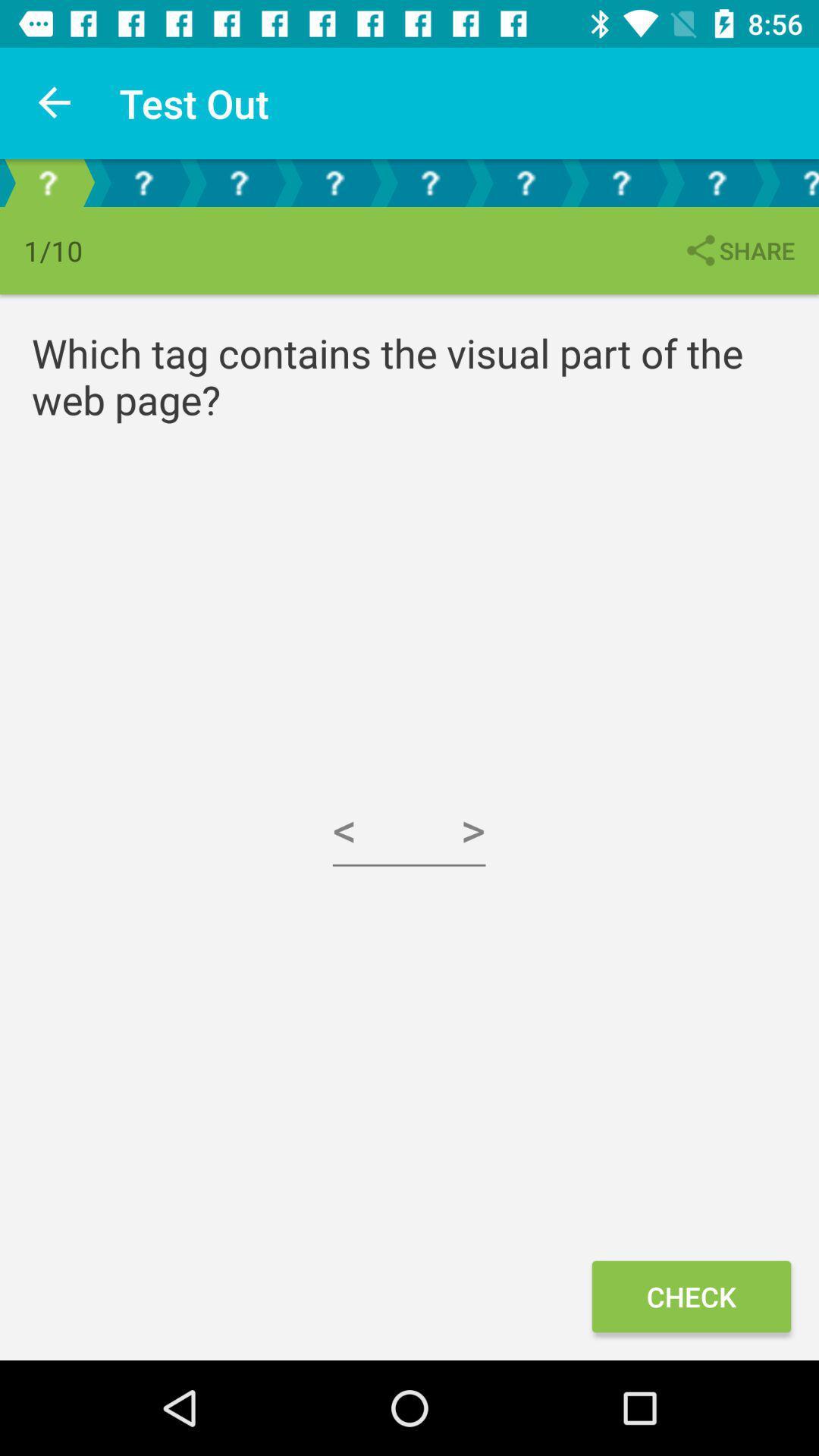 This screenshot has height=1456, width=819. What do you see at coordinates (620, 182) in the screenshot?
I see `the help icon` at bounding box center [620, 182].